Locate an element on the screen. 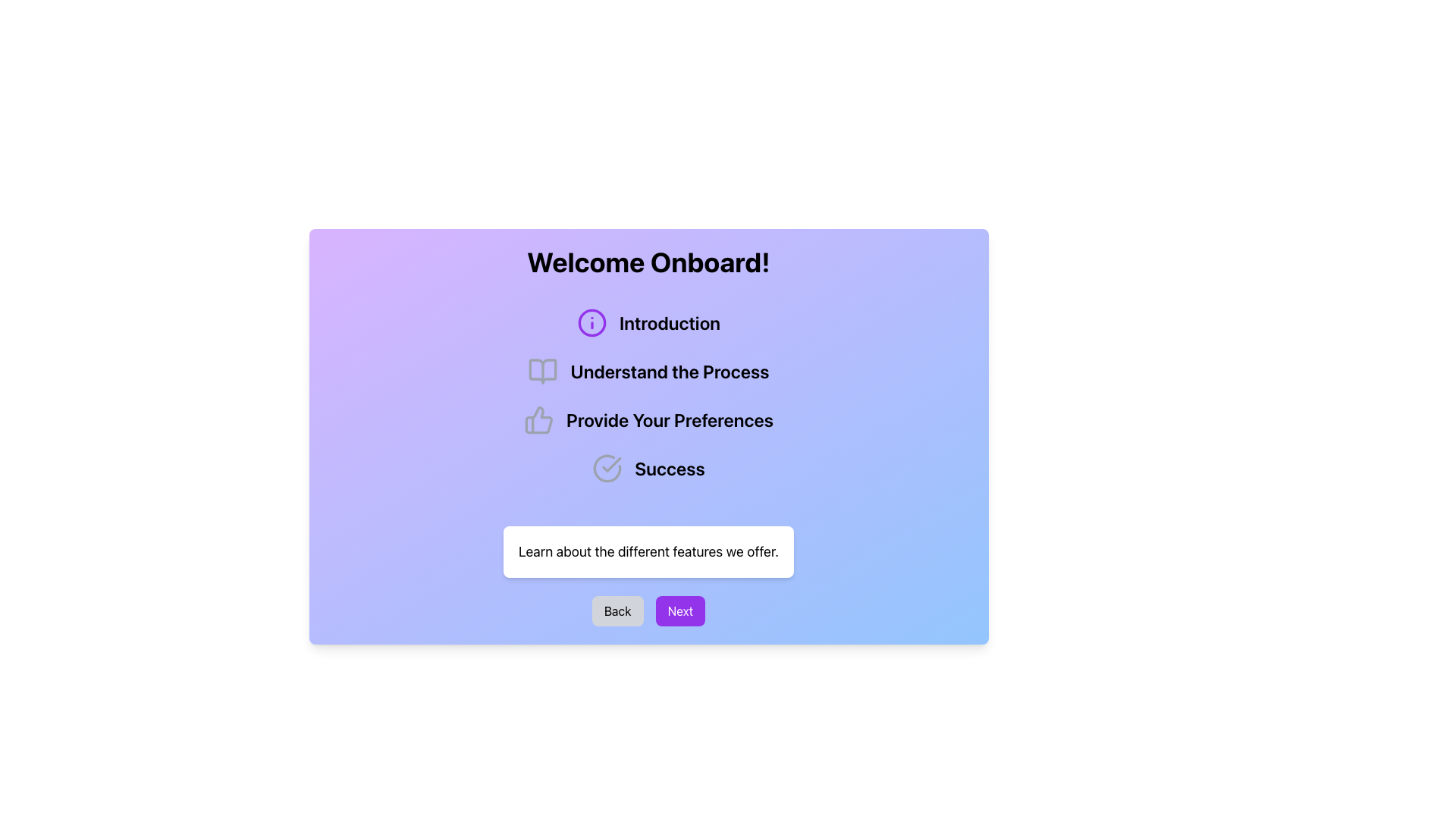  the text label that serves as a title for the step between 'Introduction' and 'Provide Your Preferences' to highlight or select it is located at coordinates (669, 371).